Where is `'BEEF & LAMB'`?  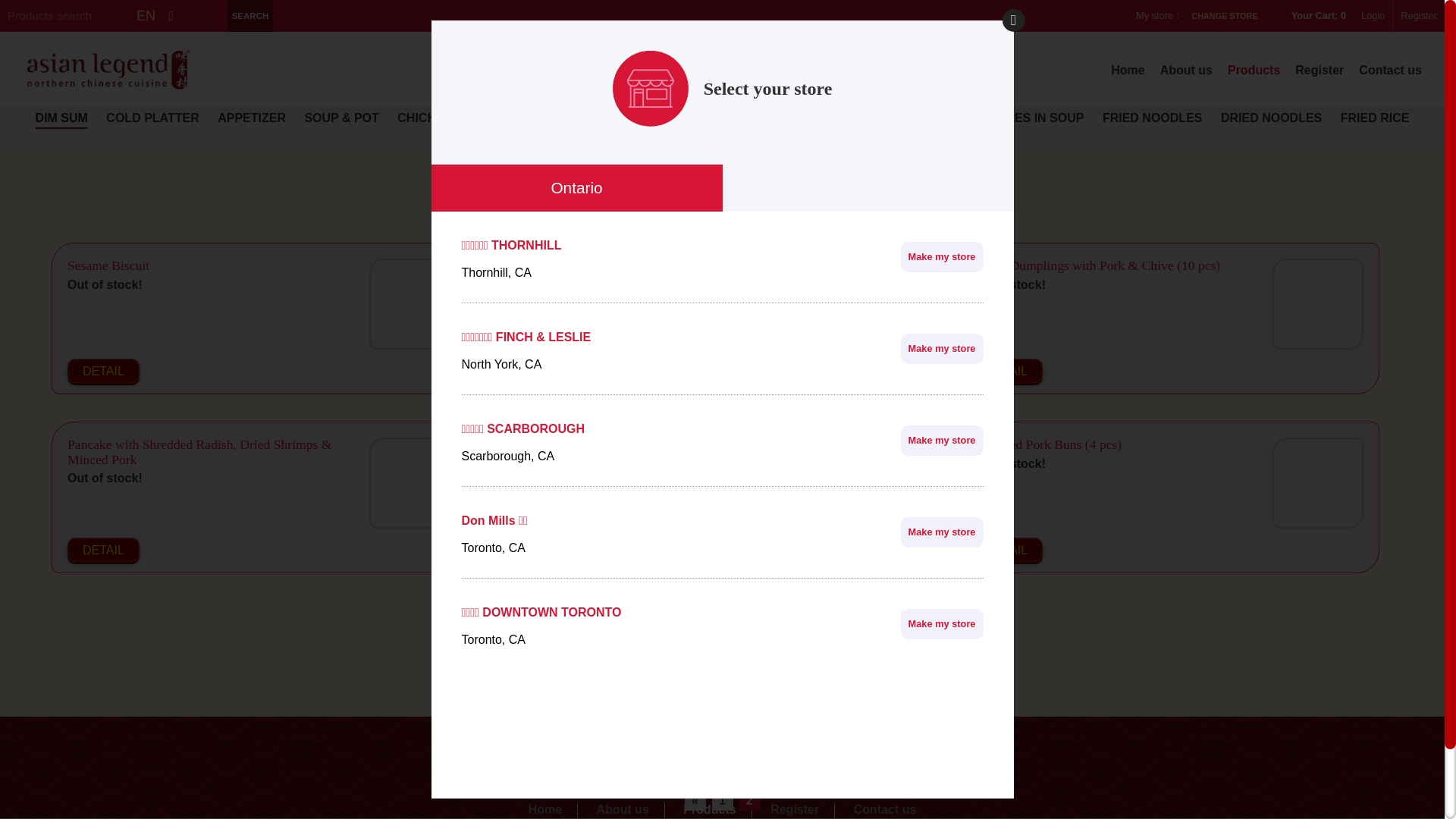
'BEEF & LAMB' is located at coordinates (521, 117).